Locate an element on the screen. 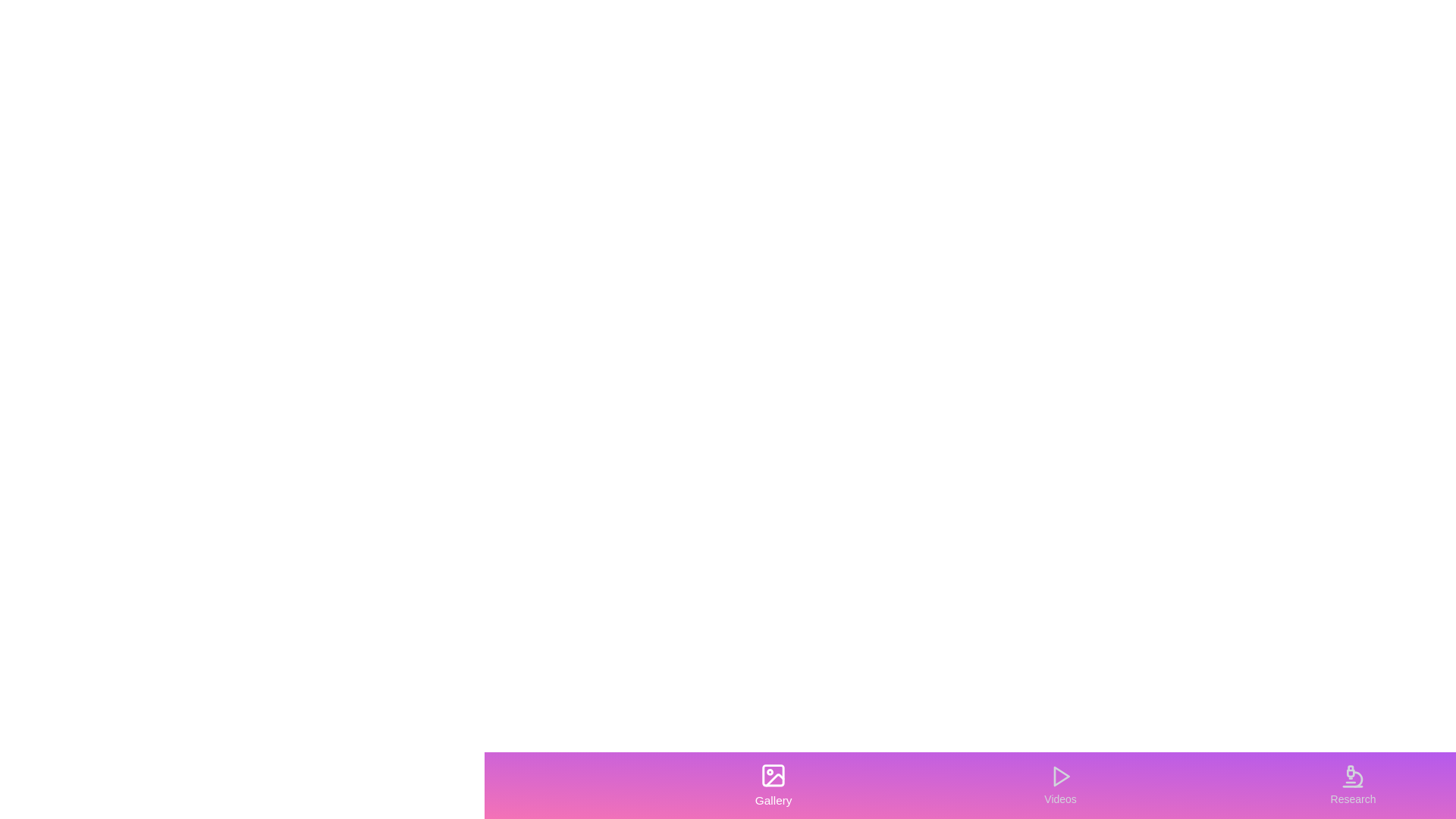 This screenshot has width=1456, height=819. the tab labeled Videos to observe its hover effect is located at coordinates (1059, 785).